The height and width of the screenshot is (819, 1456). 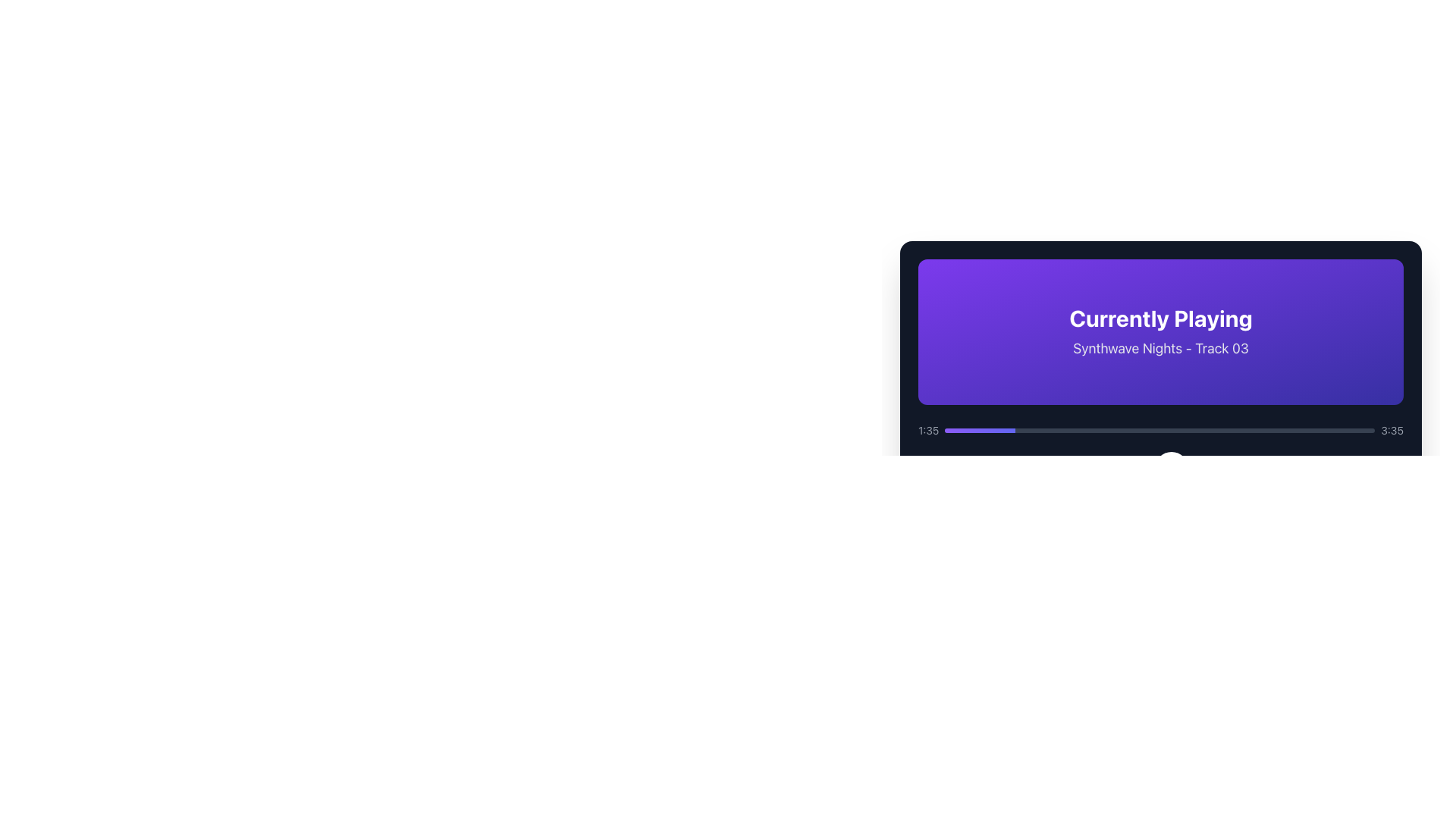 I want to click on displayed elapsed time of the media, which is the text element located at the left end of the progress bar, positioned before the '3:35' text element, so click(x=927, y=430).